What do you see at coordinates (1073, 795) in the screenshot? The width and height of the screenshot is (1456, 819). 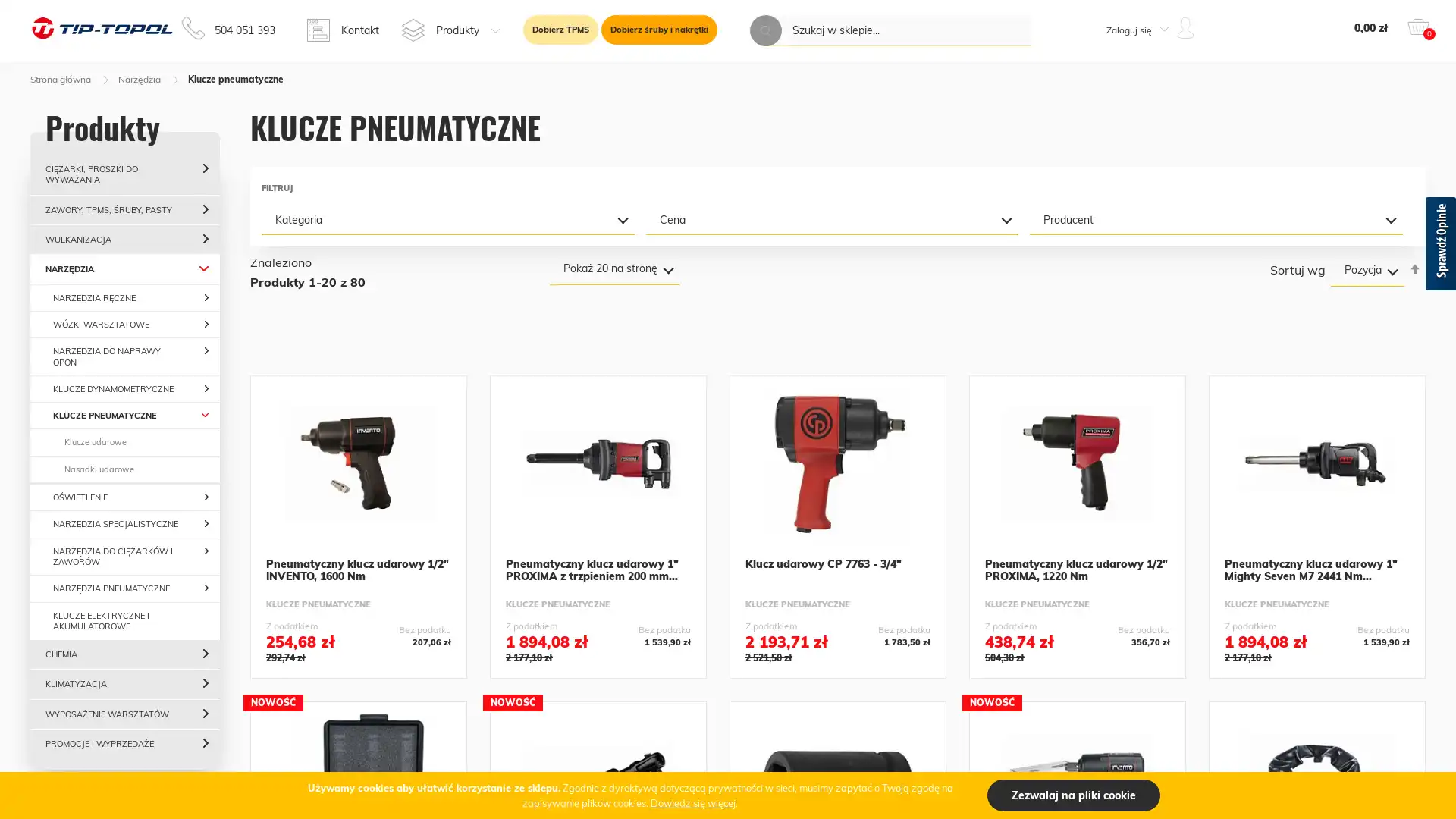 I see `Zezwalaj na pliki cookie` at bounding box center [1073, 795].